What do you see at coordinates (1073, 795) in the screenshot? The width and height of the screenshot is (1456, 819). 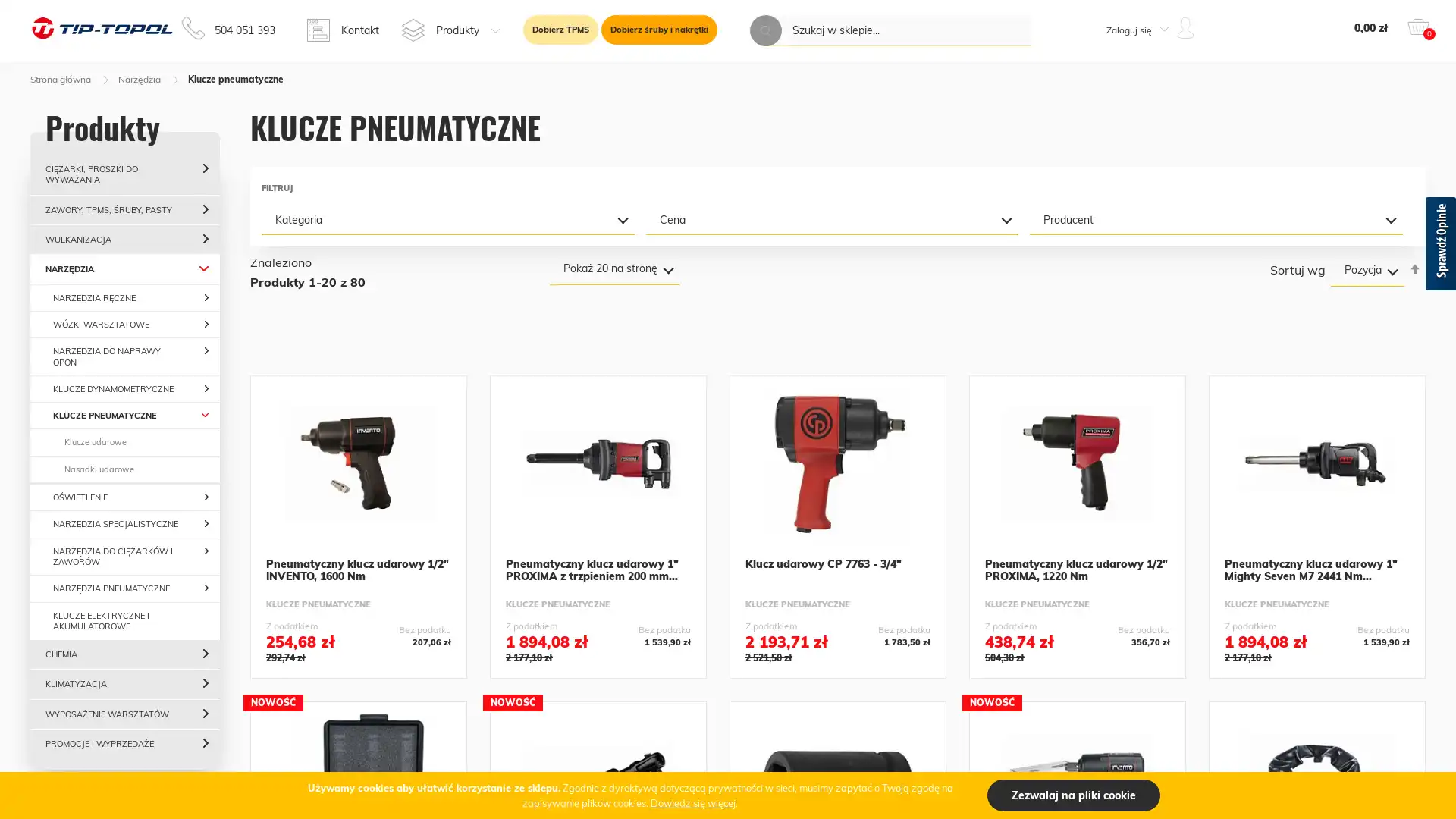 I see `Zezwalaj na pliki cookie` at bounding box center [1073, 795].